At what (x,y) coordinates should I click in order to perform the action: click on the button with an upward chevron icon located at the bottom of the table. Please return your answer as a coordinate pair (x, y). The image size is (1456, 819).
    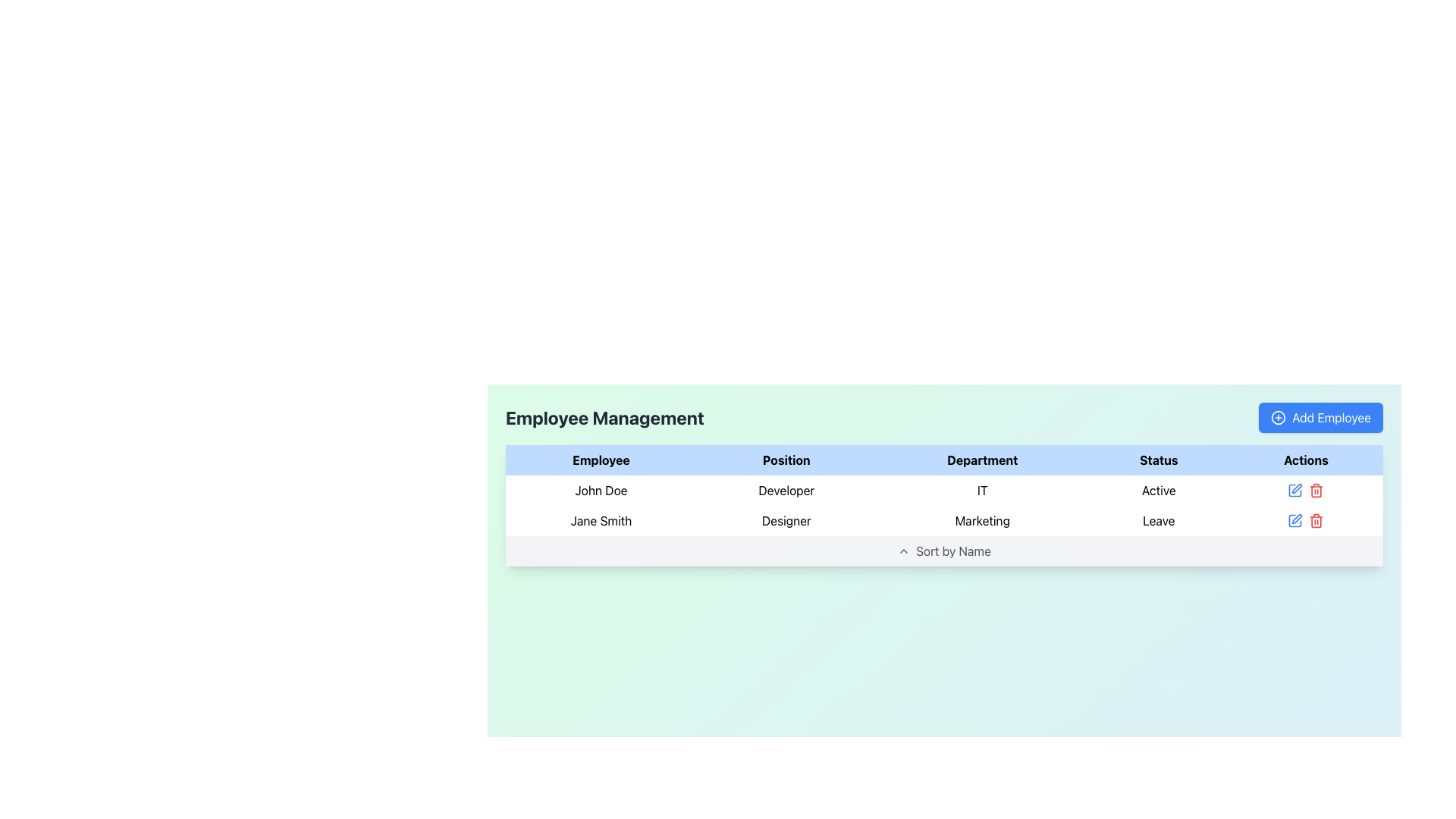
    Looking at the image, I should click on (943, 551).